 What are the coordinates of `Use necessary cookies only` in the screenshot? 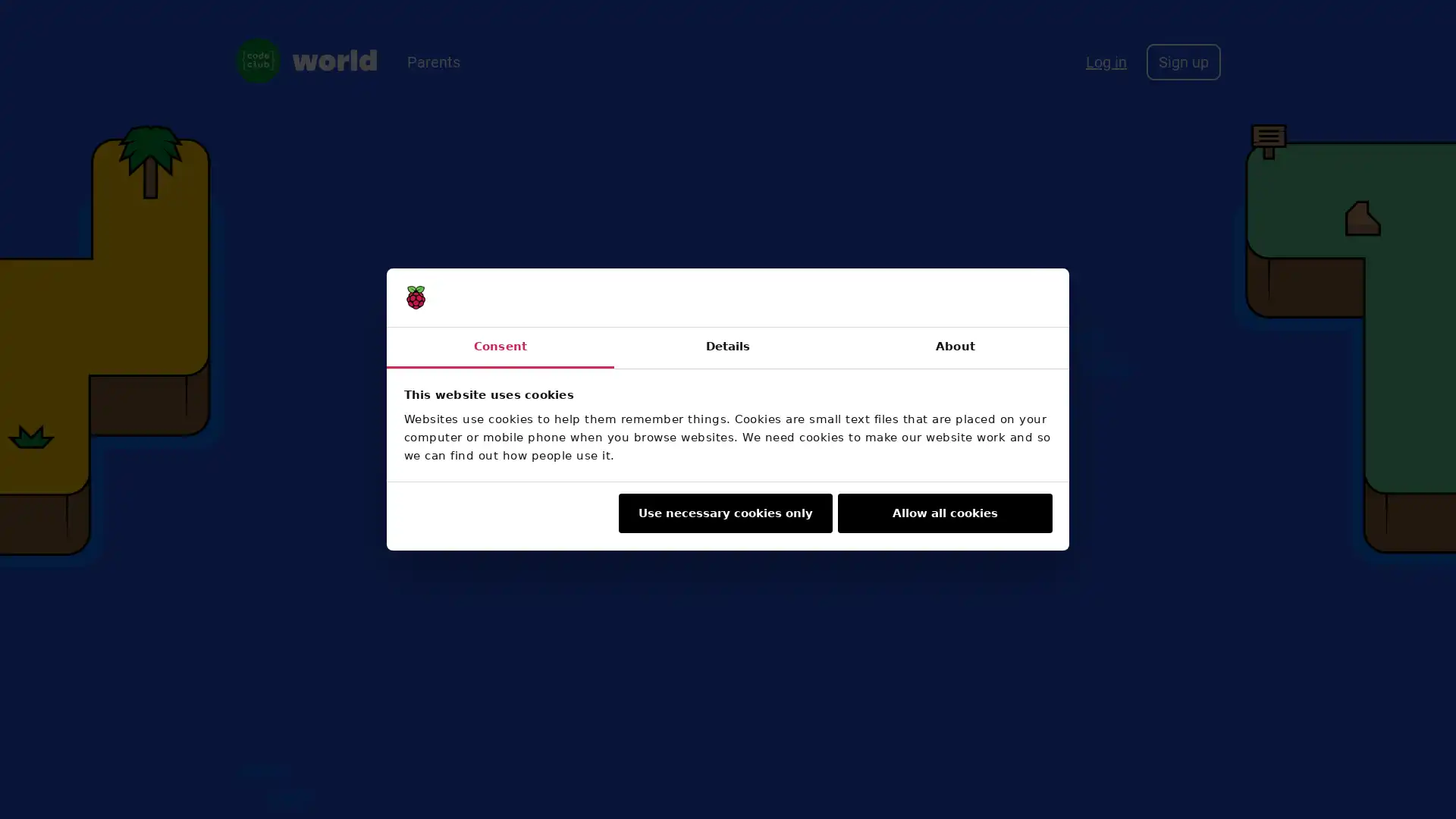 It's located at (723, 513).